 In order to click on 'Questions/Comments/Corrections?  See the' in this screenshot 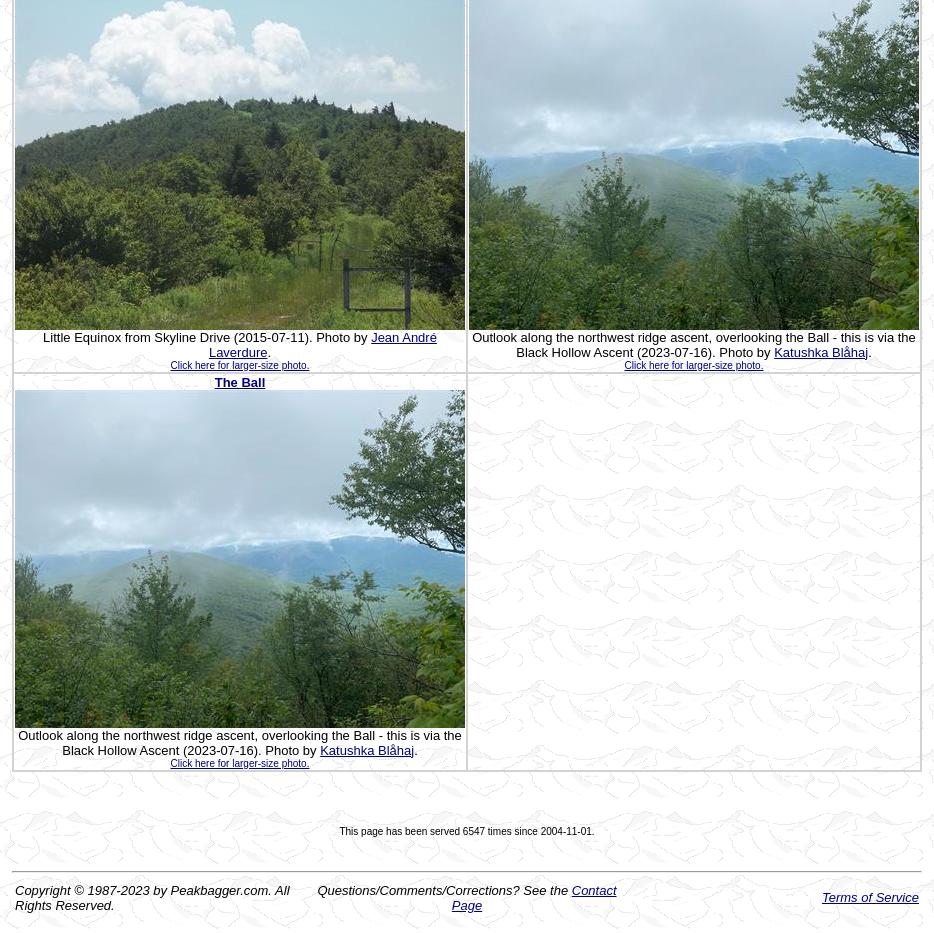, I will do `click(444, 889)`.